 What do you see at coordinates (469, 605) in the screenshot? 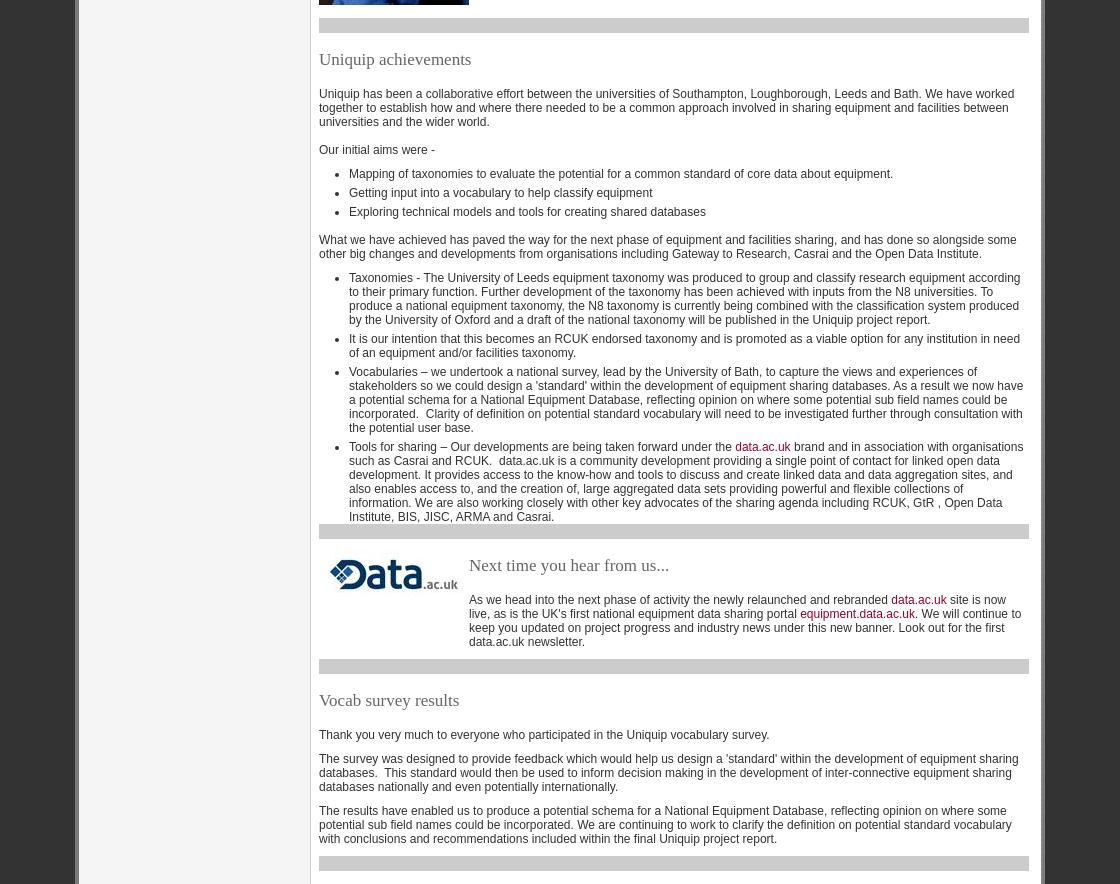
I see `'site is now live, as is the UK's first national equipment data sharing portal'` at bounding box center [469, 605].